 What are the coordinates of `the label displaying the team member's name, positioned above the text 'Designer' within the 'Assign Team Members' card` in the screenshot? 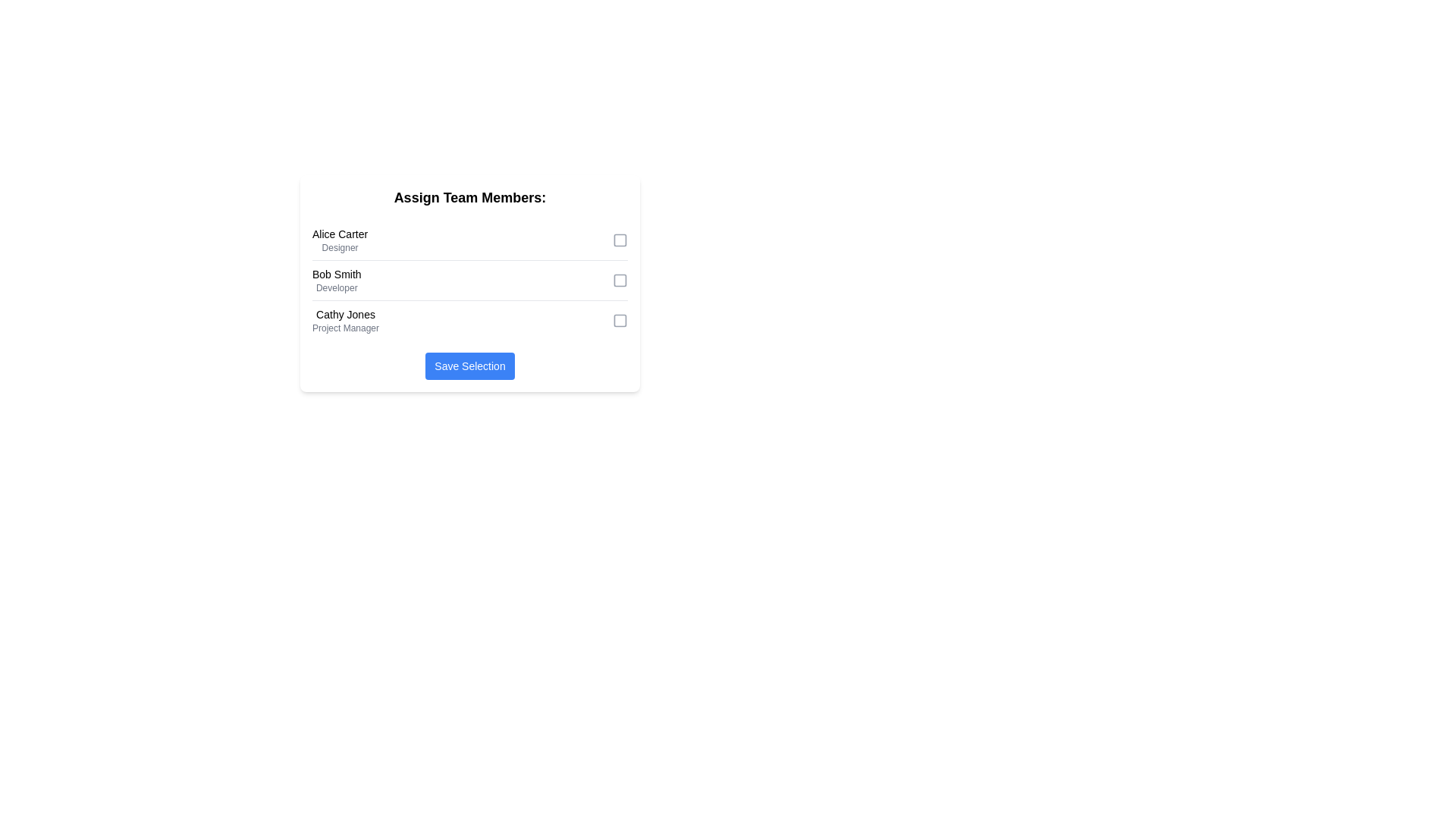 It's located at (339, 234).